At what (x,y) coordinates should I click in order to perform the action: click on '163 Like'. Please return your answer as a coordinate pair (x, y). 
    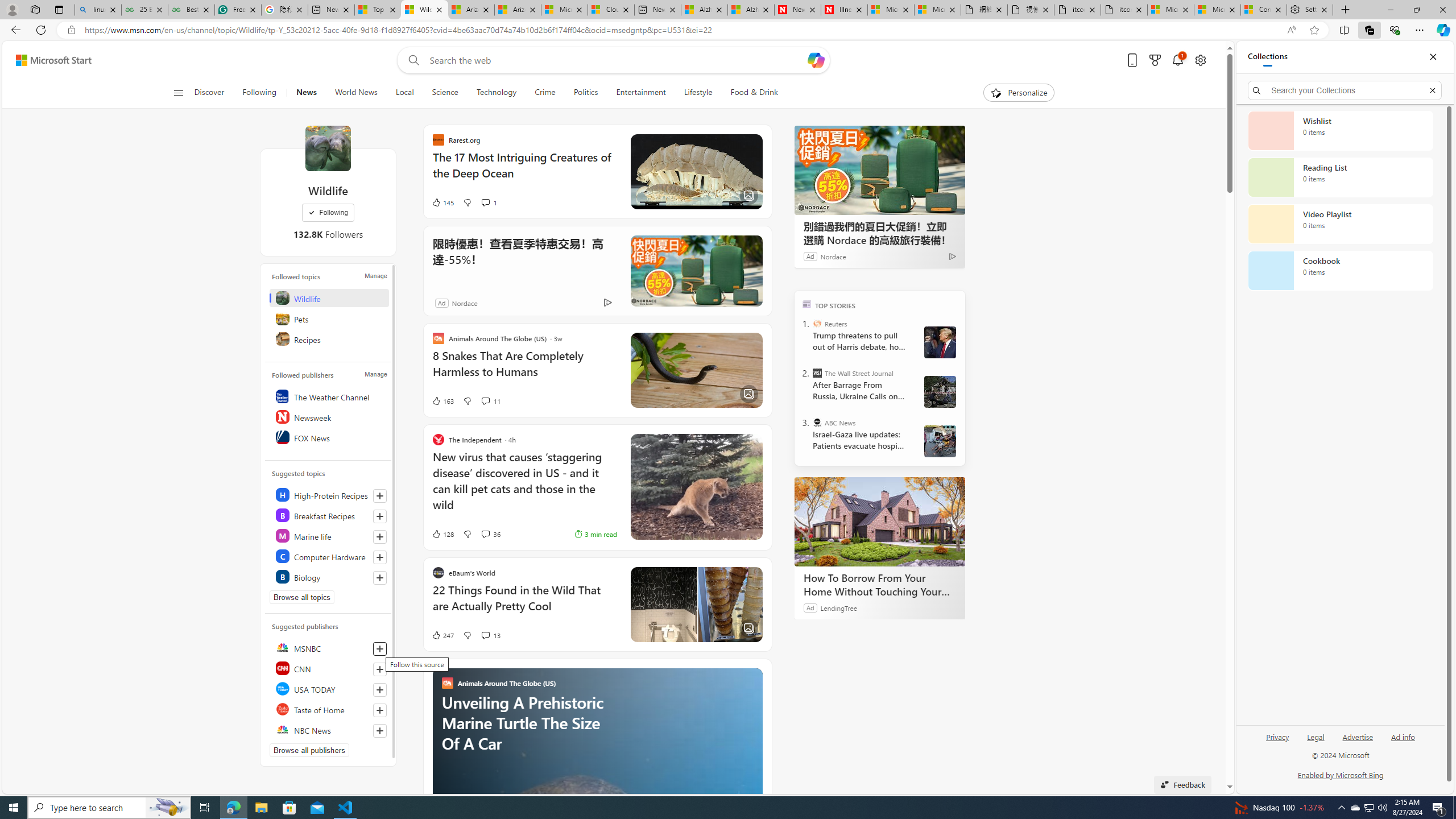
    Looking at the image, I should click on (442, 400).